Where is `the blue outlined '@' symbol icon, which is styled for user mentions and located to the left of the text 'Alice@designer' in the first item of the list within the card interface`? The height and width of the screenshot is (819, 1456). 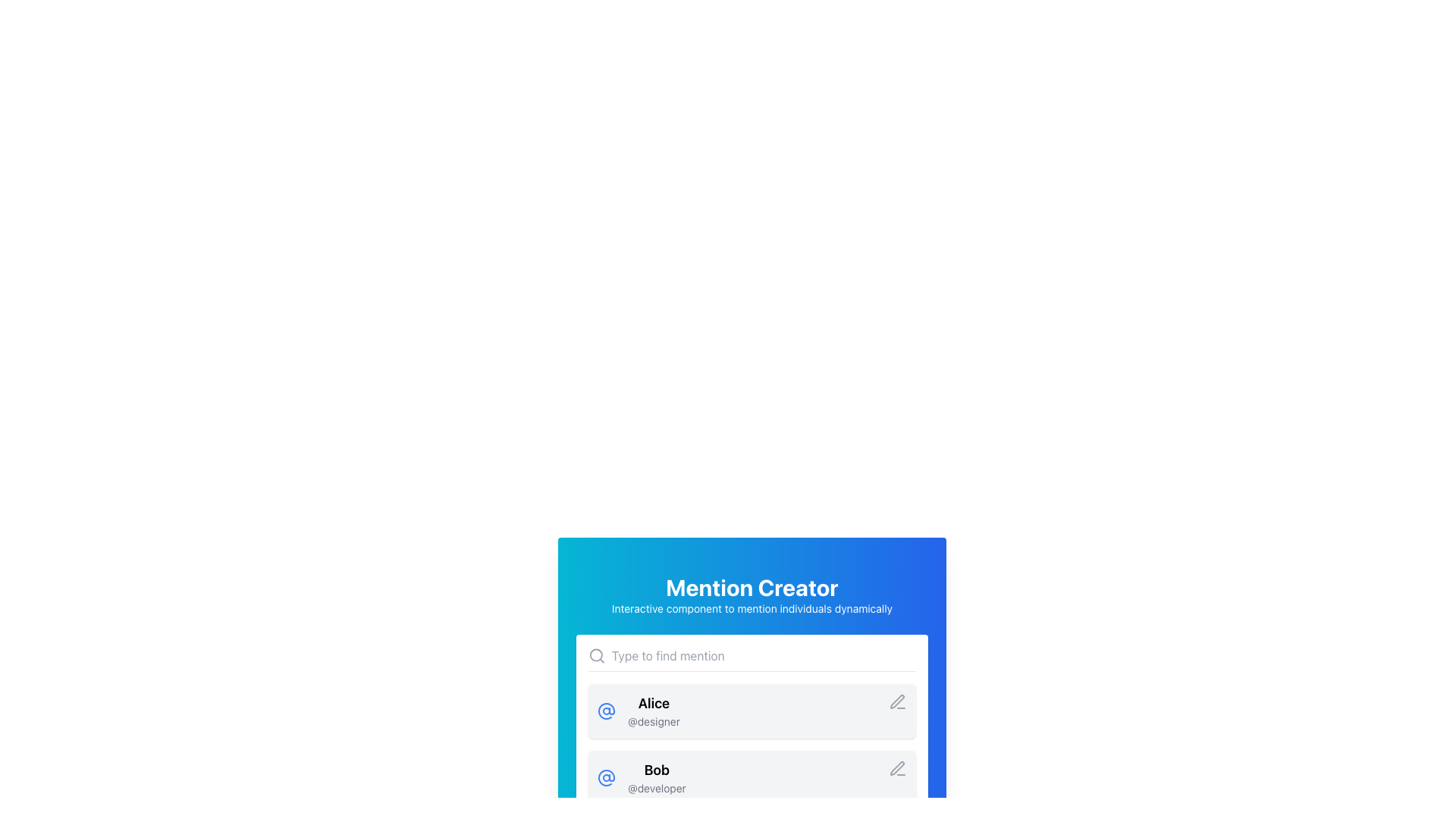
the blue outlined '@' symbol icon, which is styled for user mentions and located to the left of the text 'Alice@designer' in the first item of the list within the card interface is located at coordinates (607, 711).